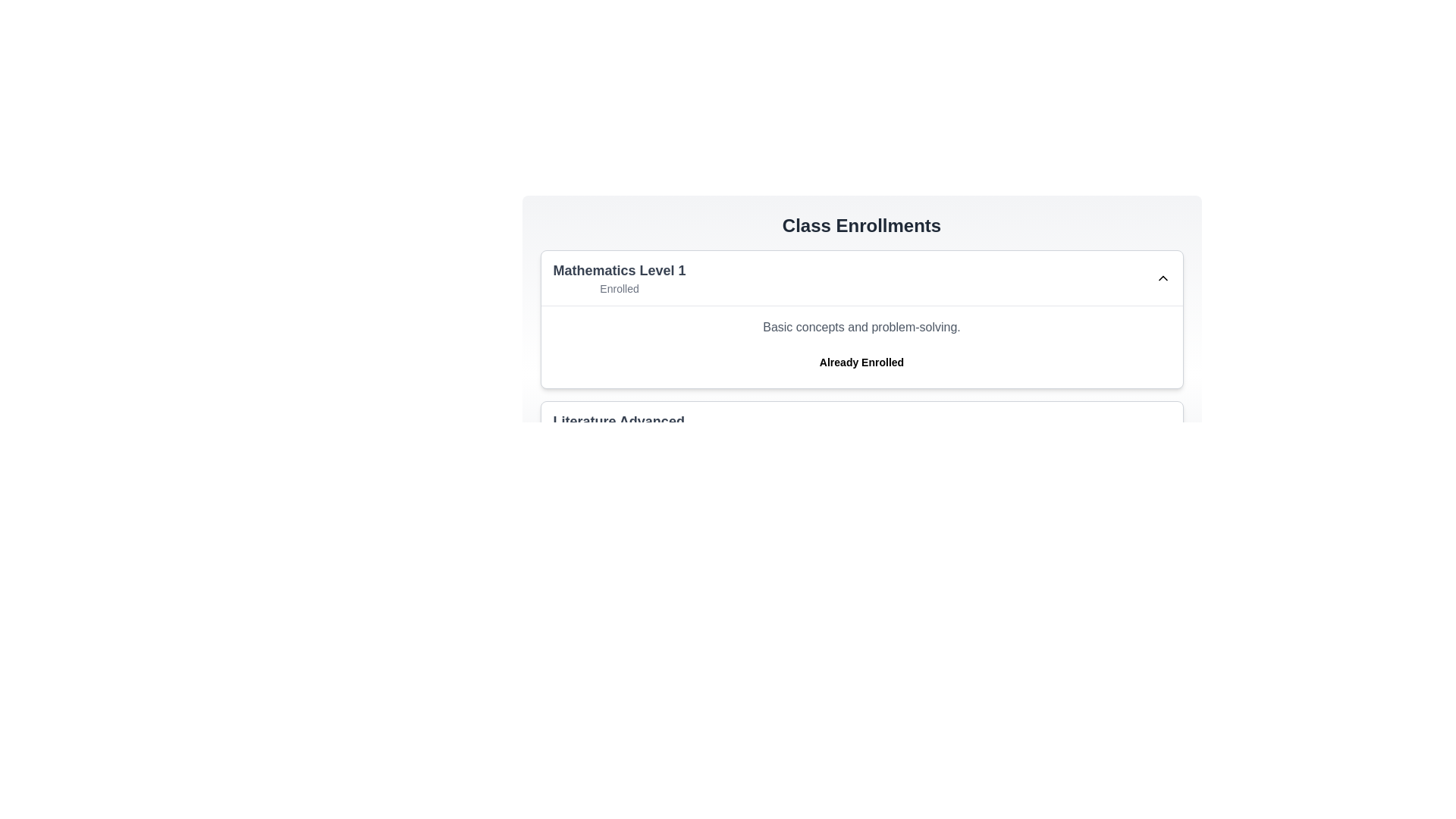 The height and width of the screenshot is (819, 1456). What do you see at coordinates (861, 429) in the screenshot?
I see `the list item with a white background and rounded corners, located below the 'Already Enrolled' section of Mathematics and above 'Physics Exploration', to interact or select it` at bounding box center [861, 429].